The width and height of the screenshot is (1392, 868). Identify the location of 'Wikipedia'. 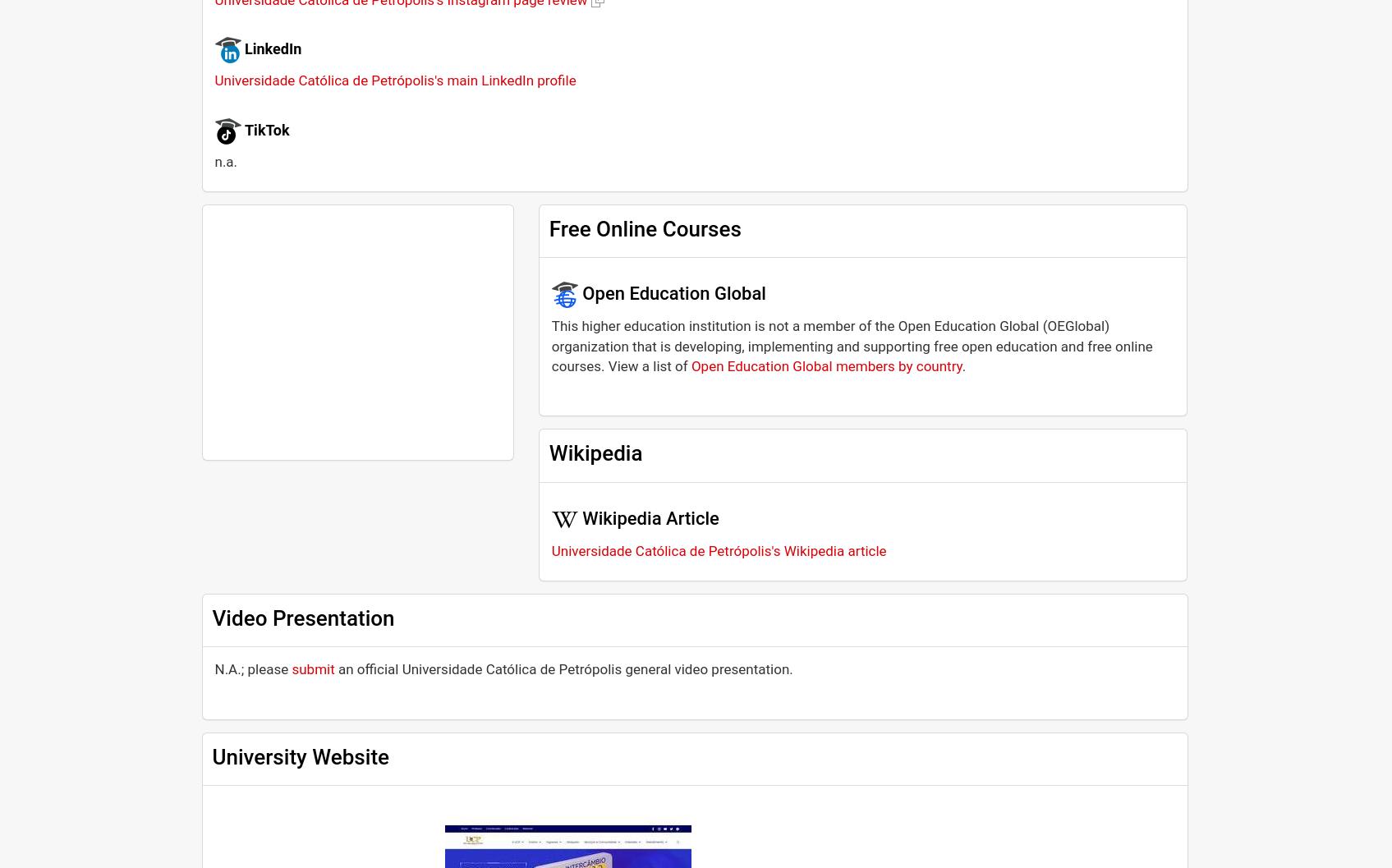
(594, 452).